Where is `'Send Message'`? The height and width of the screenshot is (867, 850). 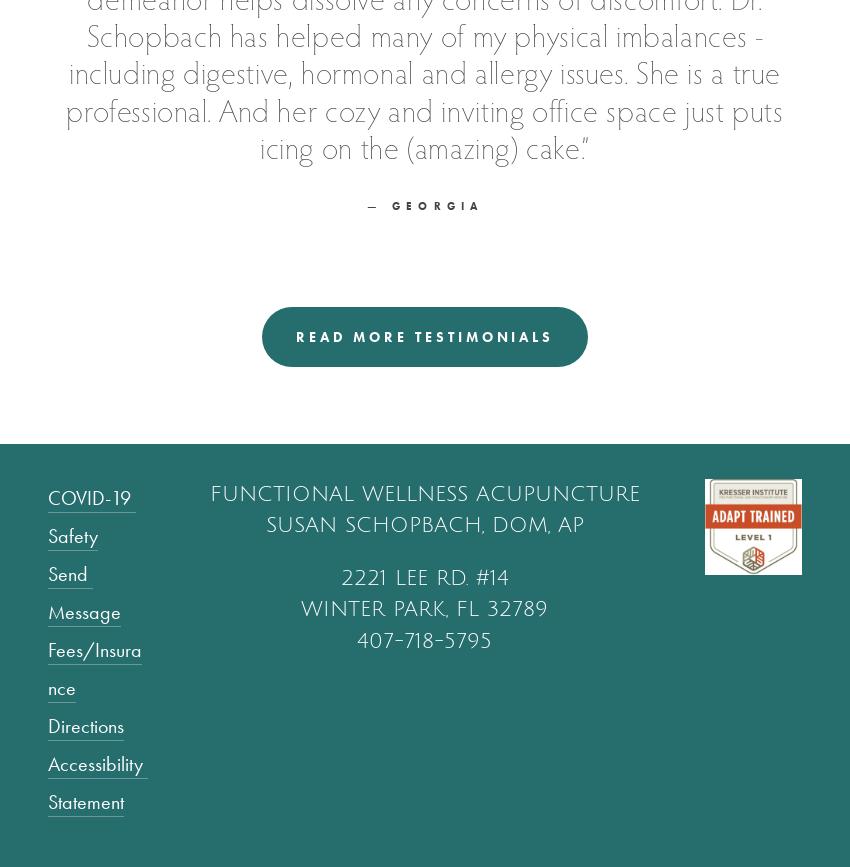 'Send Message' is located at coordinates (84, 590).